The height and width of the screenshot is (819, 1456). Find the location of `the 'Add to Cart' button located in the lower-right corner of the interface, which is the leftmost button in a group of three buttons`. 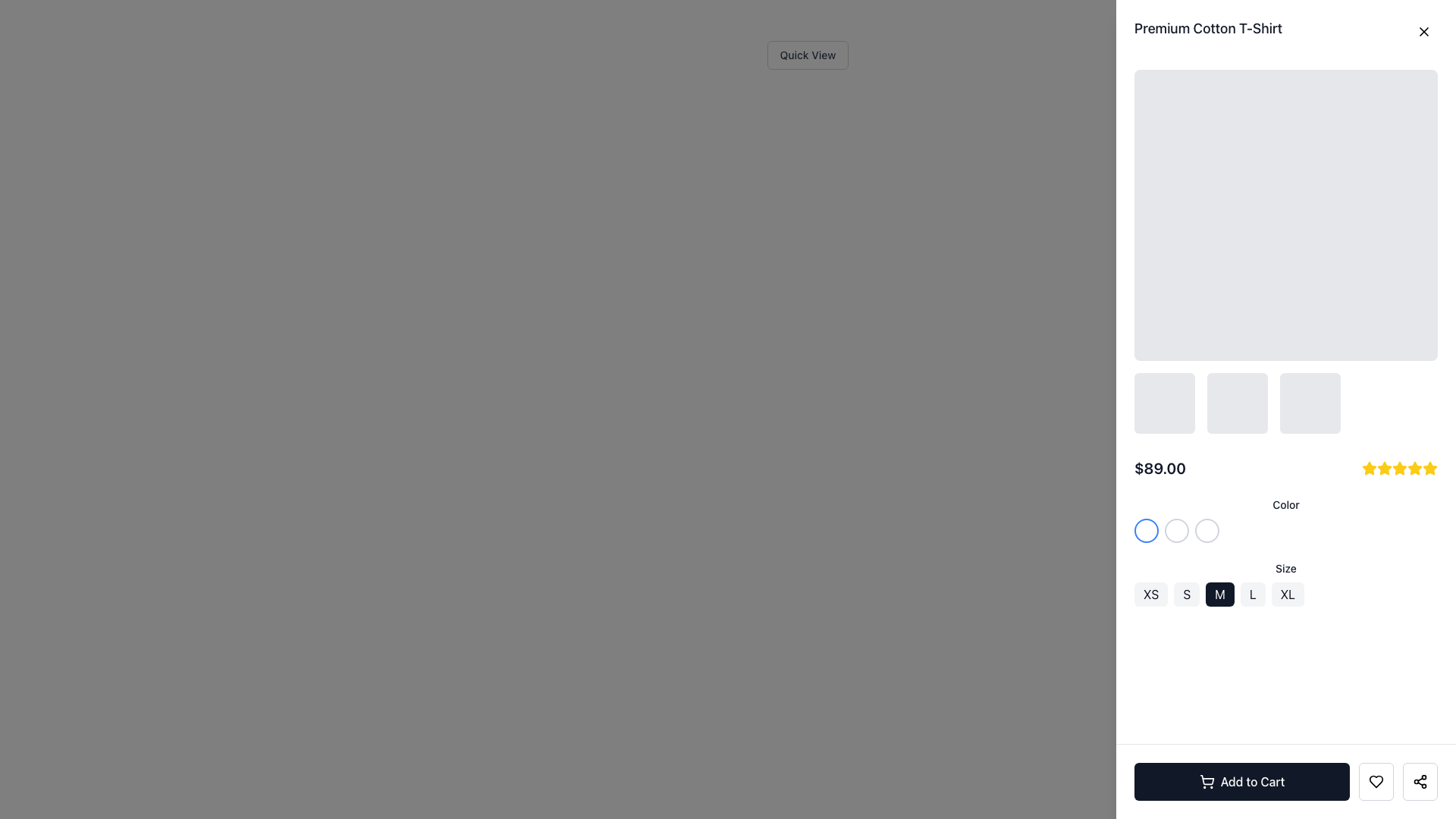

the 'Add to Cart' button located in the lower-right corner of the interface, which is the leftmost button in a group of three buttons is located at coordinates (1285, 781).